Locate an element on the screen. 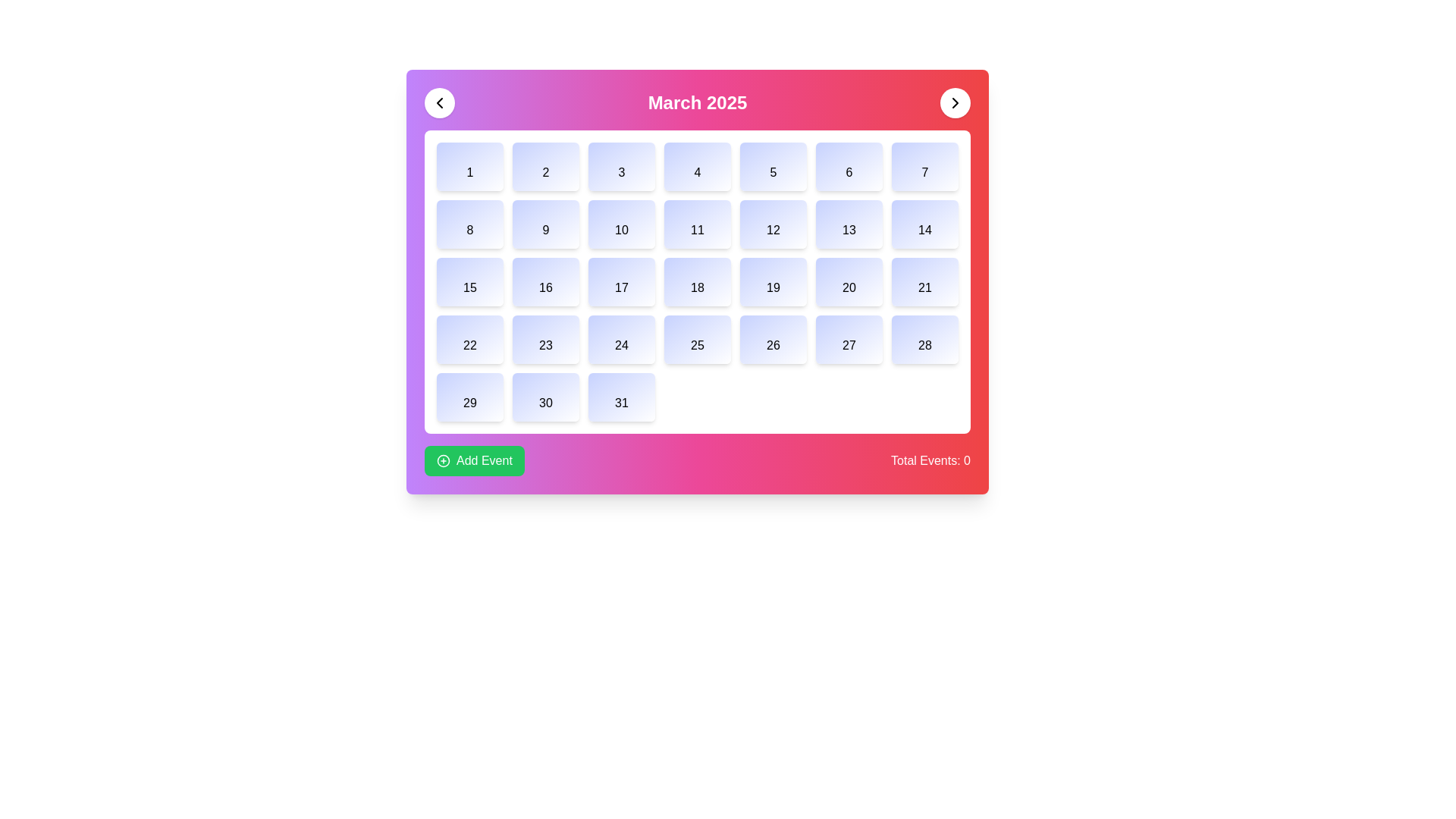 The width and height of the screenshot is (1456, 819). the boxed text item displaying '28' in the bottom right corner of the grid is located at coordinates (924, 338).